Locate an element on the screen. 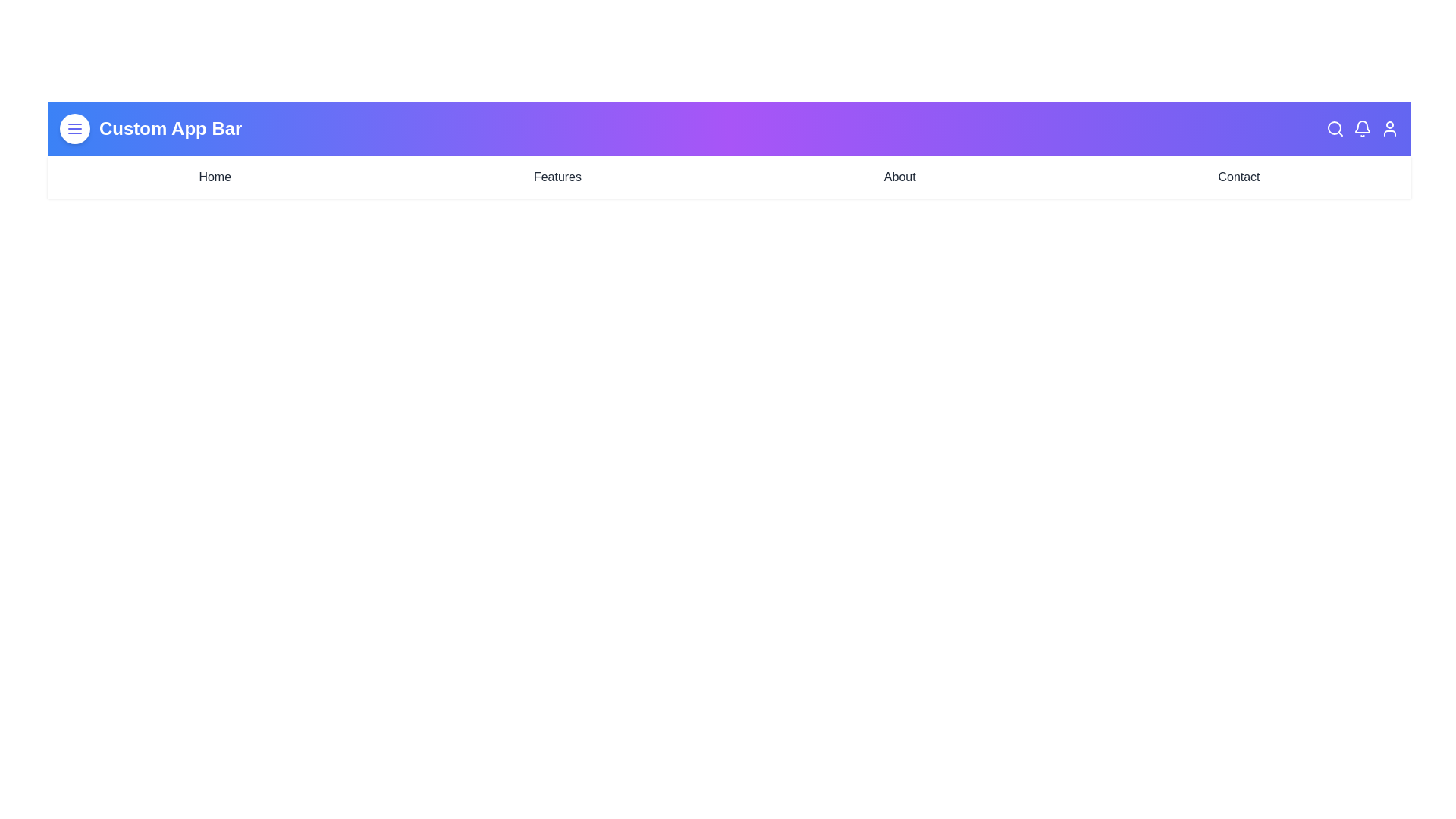 Image resolution: width=1456 pixels, height=819 pixels. the user profile icon to access the profile is located at coordinates (1390, 127).